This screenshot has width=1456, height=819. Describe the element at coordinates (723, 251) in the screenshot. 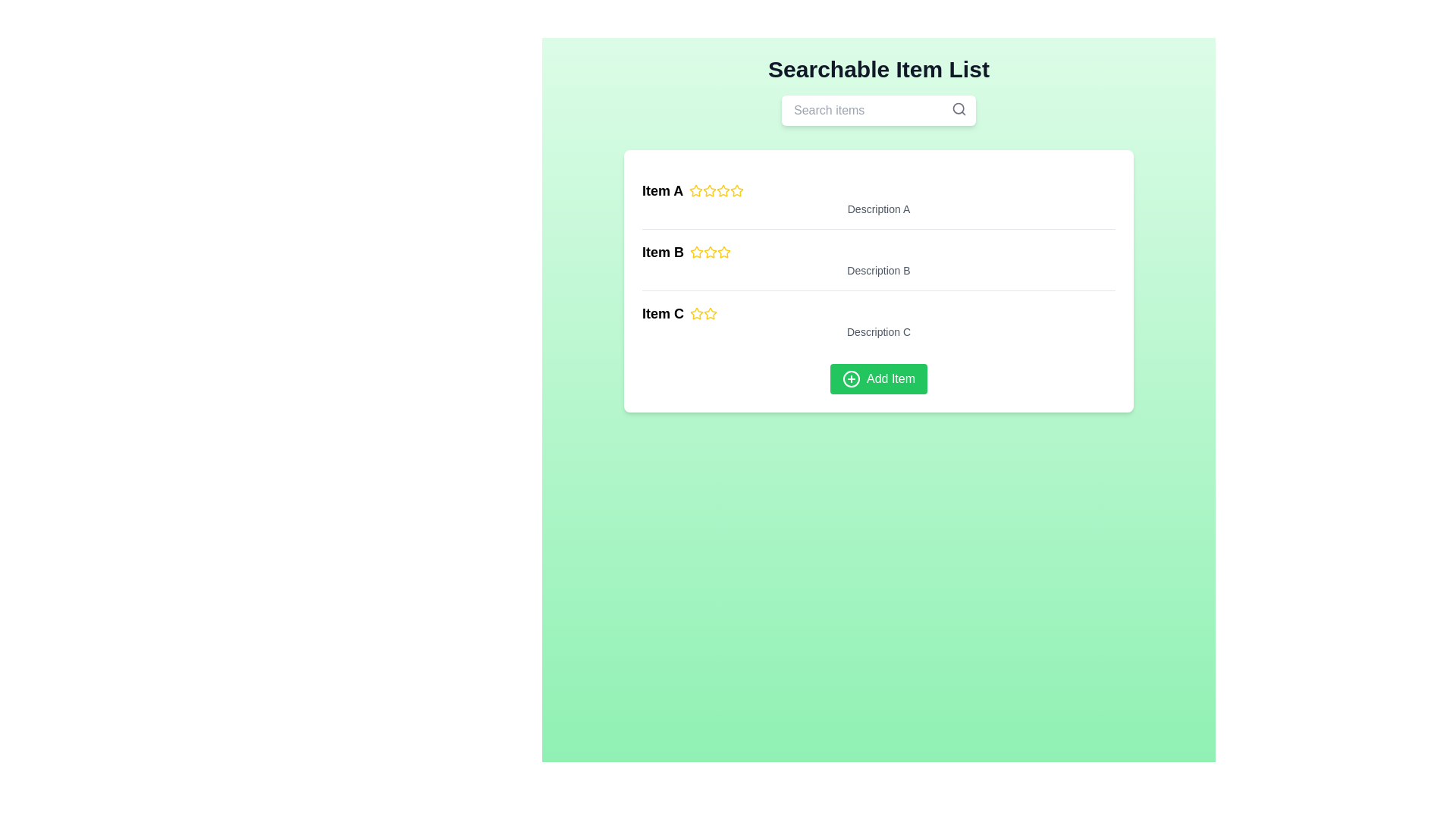

I see `the third star in the 5-star rating system to rate 'Item B'` at that location.